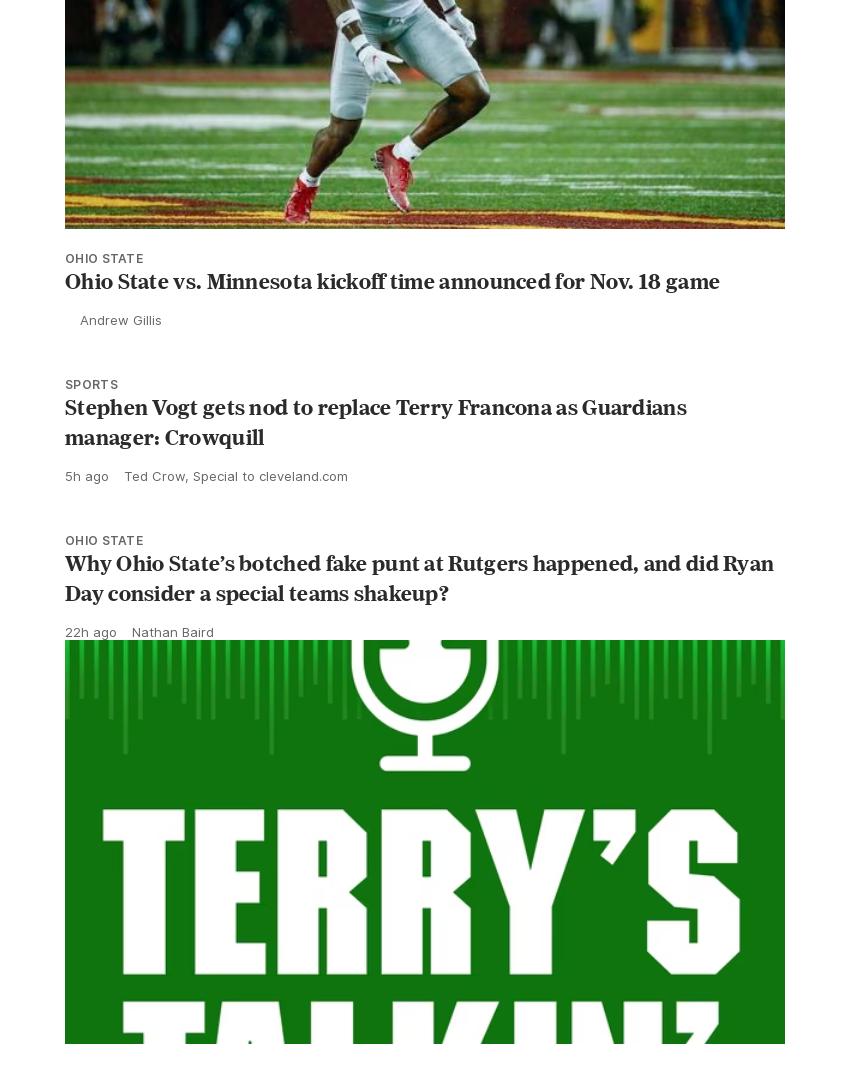  What do you see at coordinates (375, 464) in the screenshot?
I see `'Stephen Vogt gets nod to replace Terry Francona as Guardians manager: Crowquill'` at bounding box center [375, 464].